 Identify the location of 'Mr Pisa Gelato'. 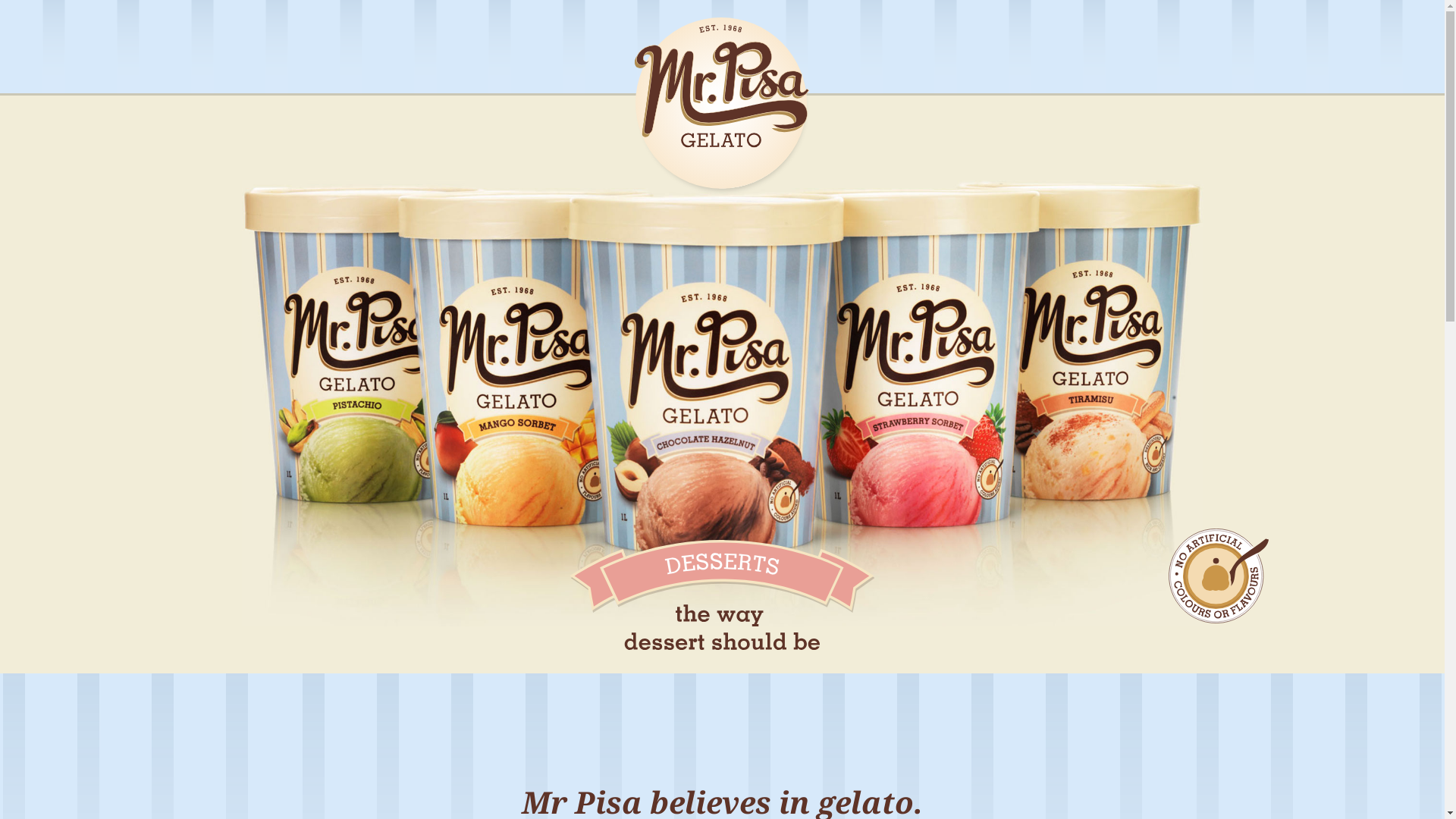
(722, 106).